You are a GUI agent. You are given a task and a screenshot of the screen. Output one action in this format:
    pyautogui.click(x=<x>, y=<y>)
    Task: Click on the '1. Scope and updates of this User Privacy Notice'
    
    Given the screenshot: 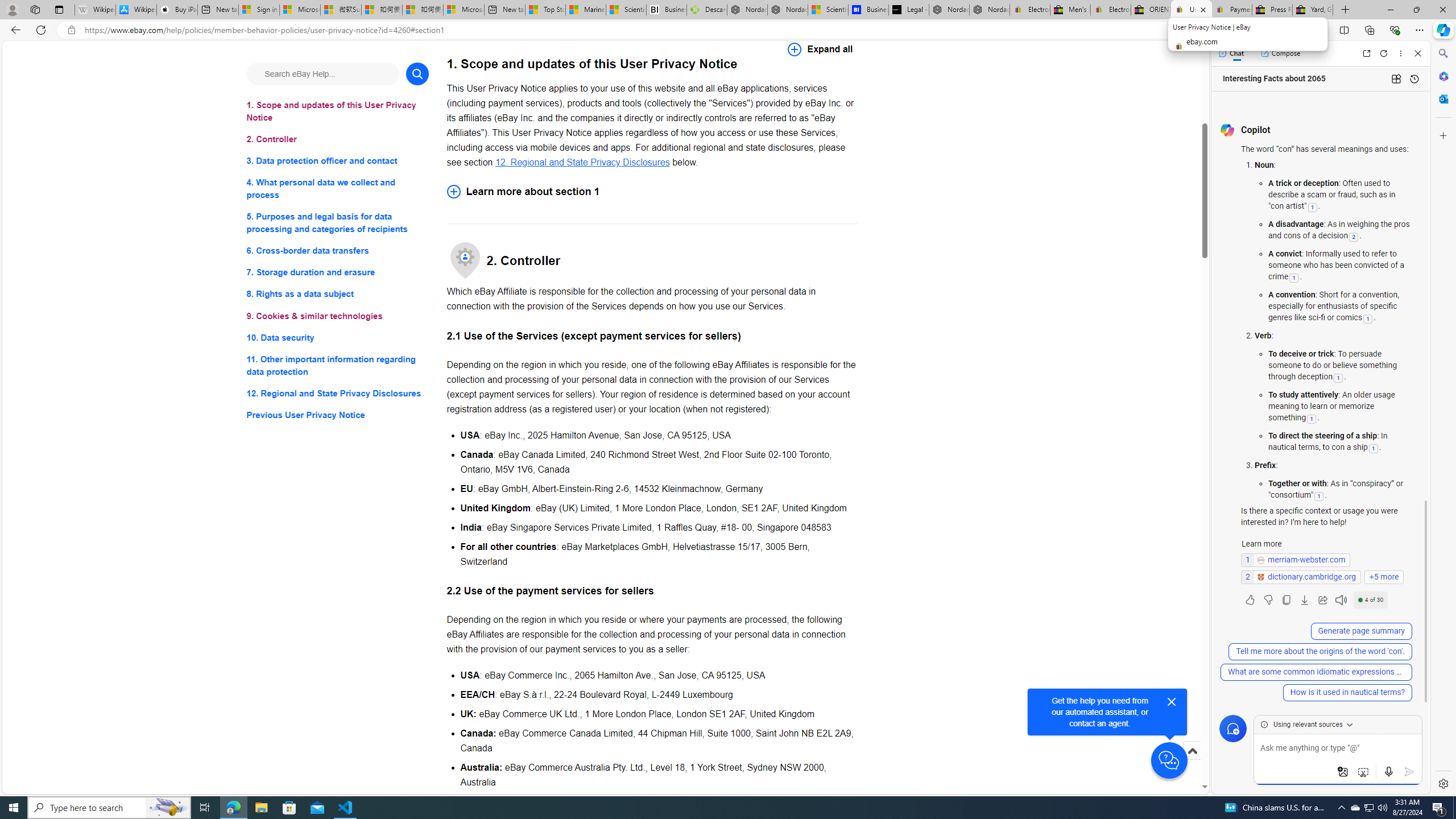 What is the action you would take?
    pyautogui.click(x=337, y=111)
    